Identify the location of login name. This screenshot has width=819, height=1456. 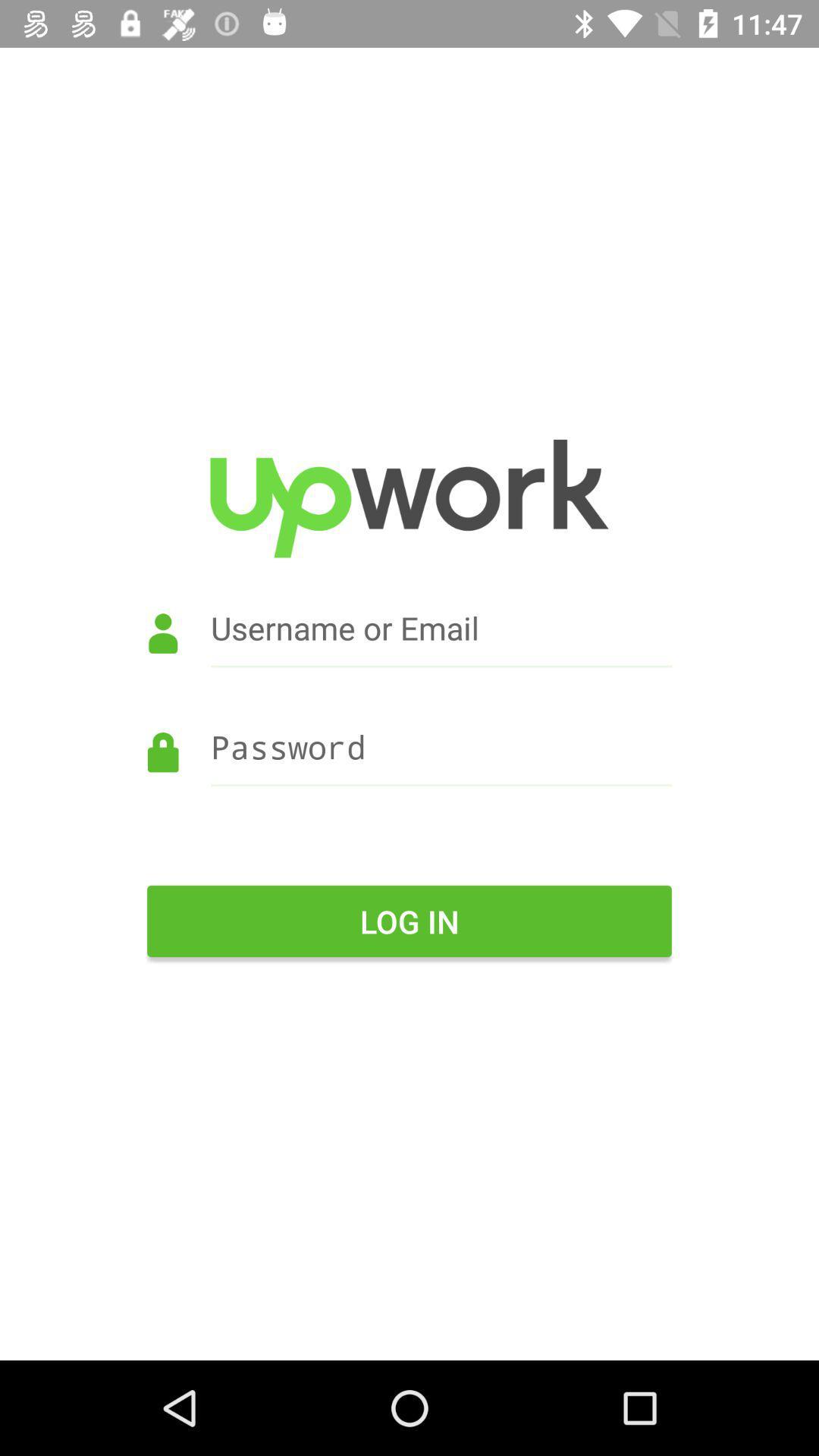
(409, 649).